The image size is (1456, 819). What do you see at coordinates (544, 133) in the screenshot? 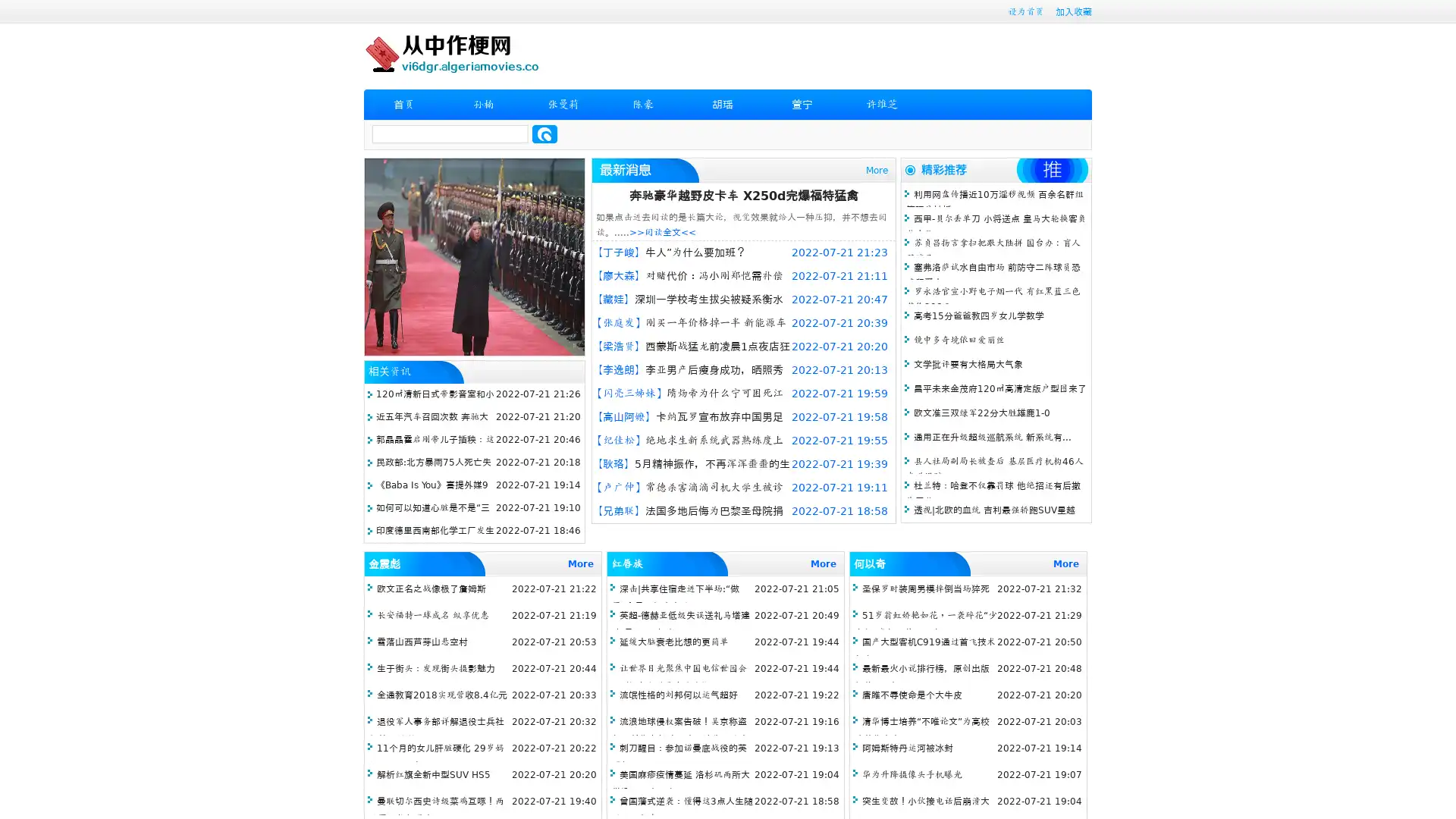
I see `Search` at bounding box center [544, 133].